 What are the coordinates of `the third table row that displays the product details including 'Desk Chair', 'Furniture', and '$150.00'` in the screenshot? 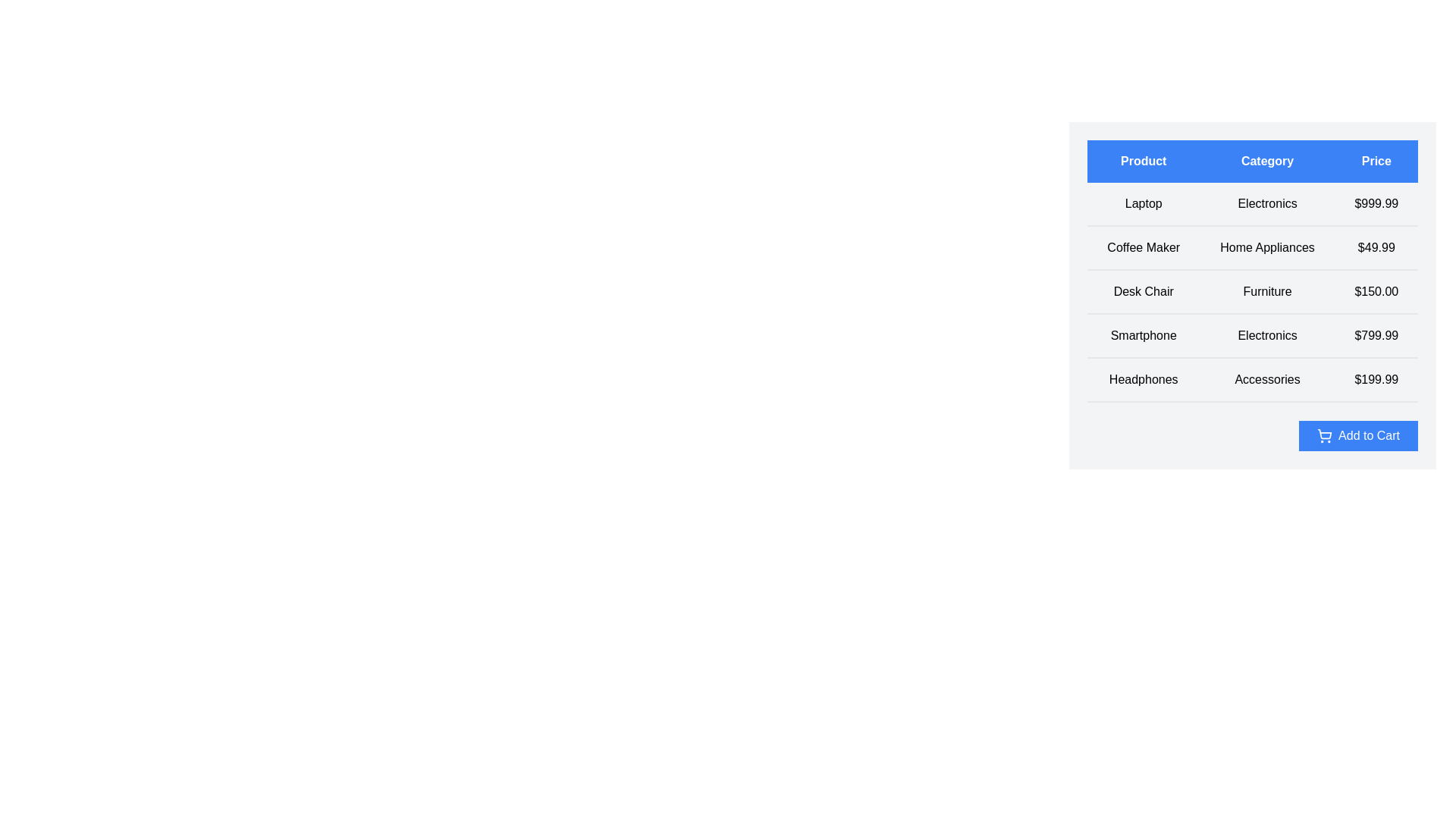 It's located at (1252, 292).